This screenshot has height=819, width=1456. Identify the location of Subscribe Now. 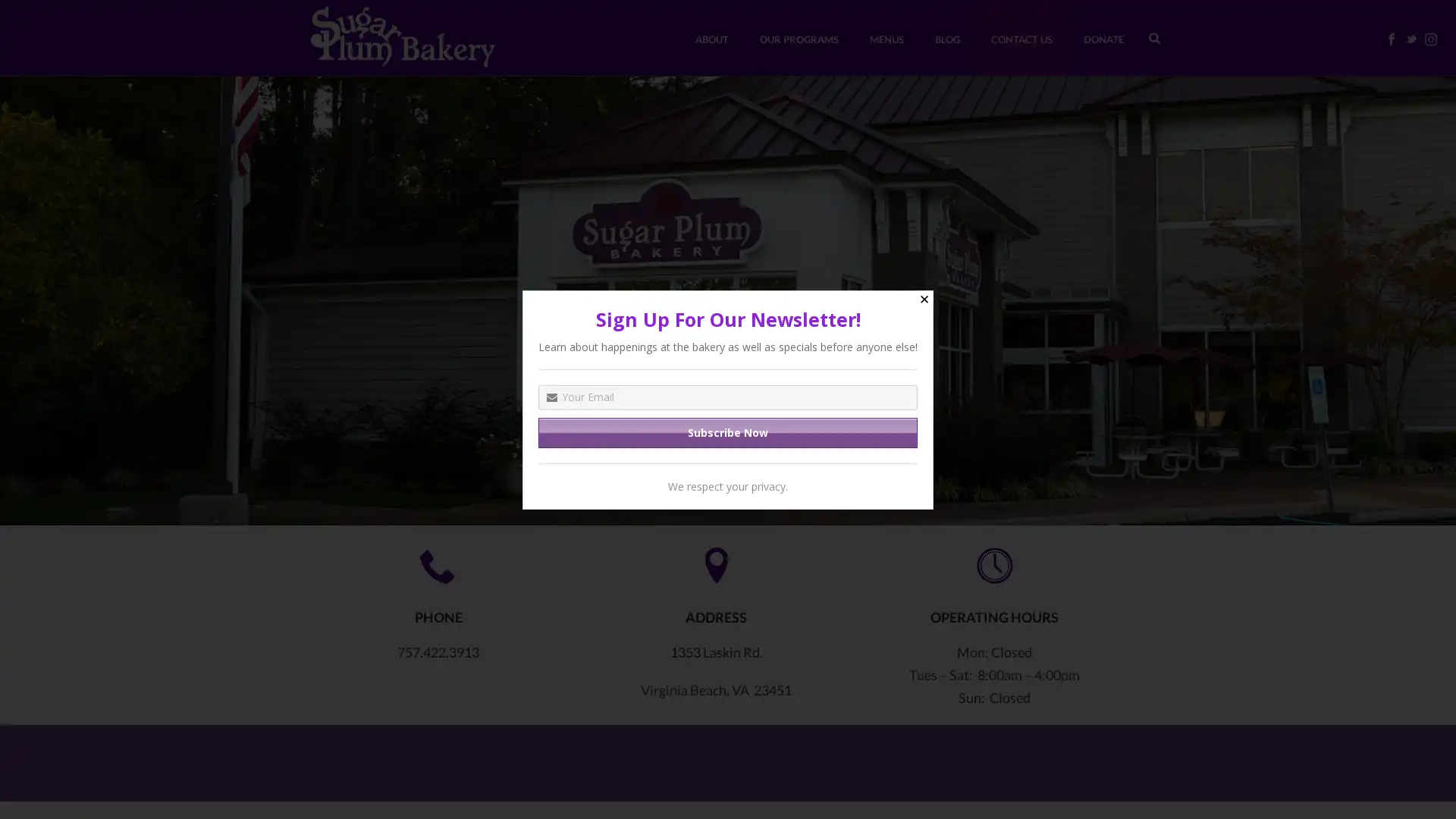
(728, 432).